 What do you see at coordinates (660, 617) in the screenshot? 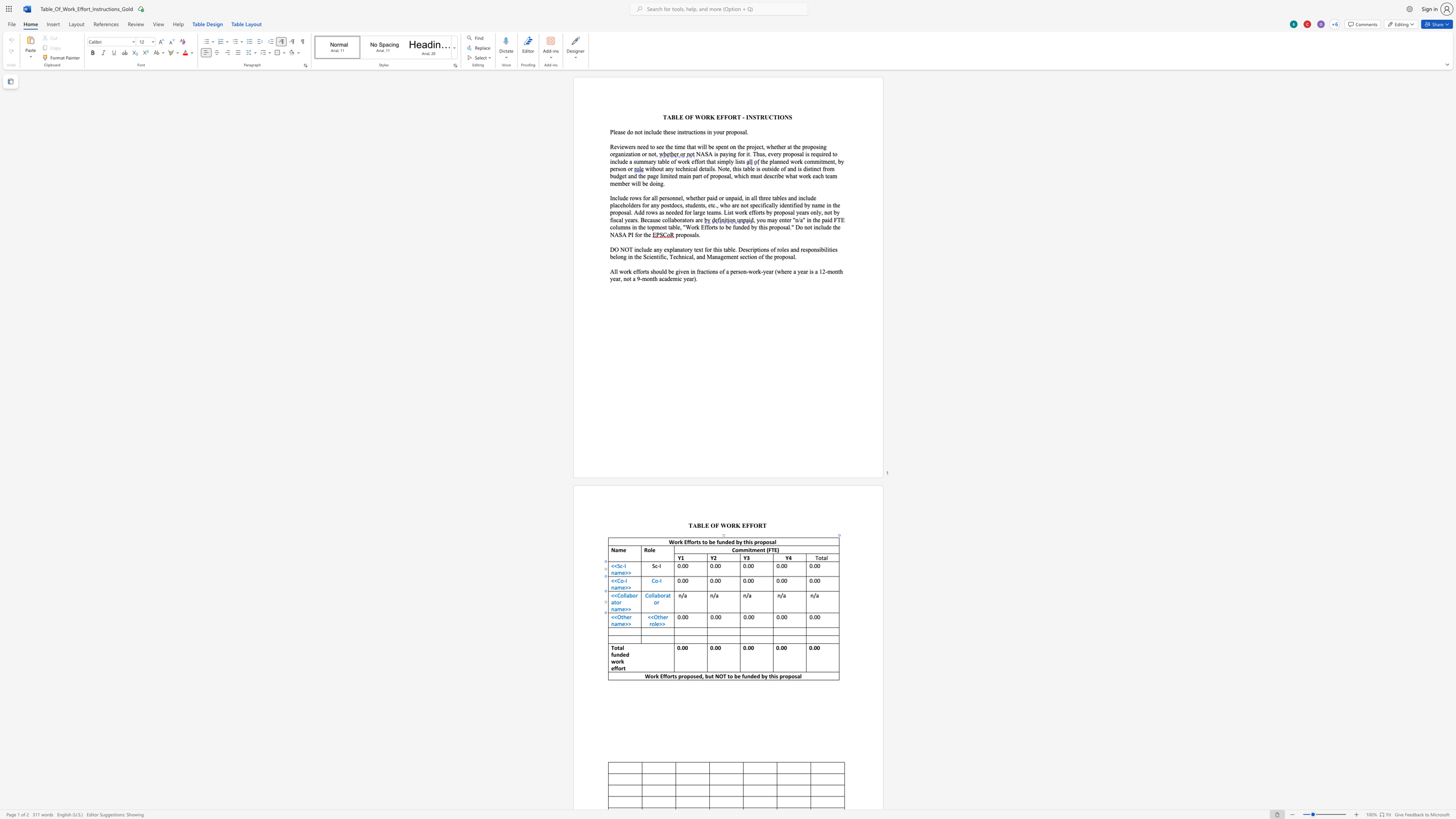
I see `the space between the continuous character "t" and "h" in the text` at bounding box center [660, 617].